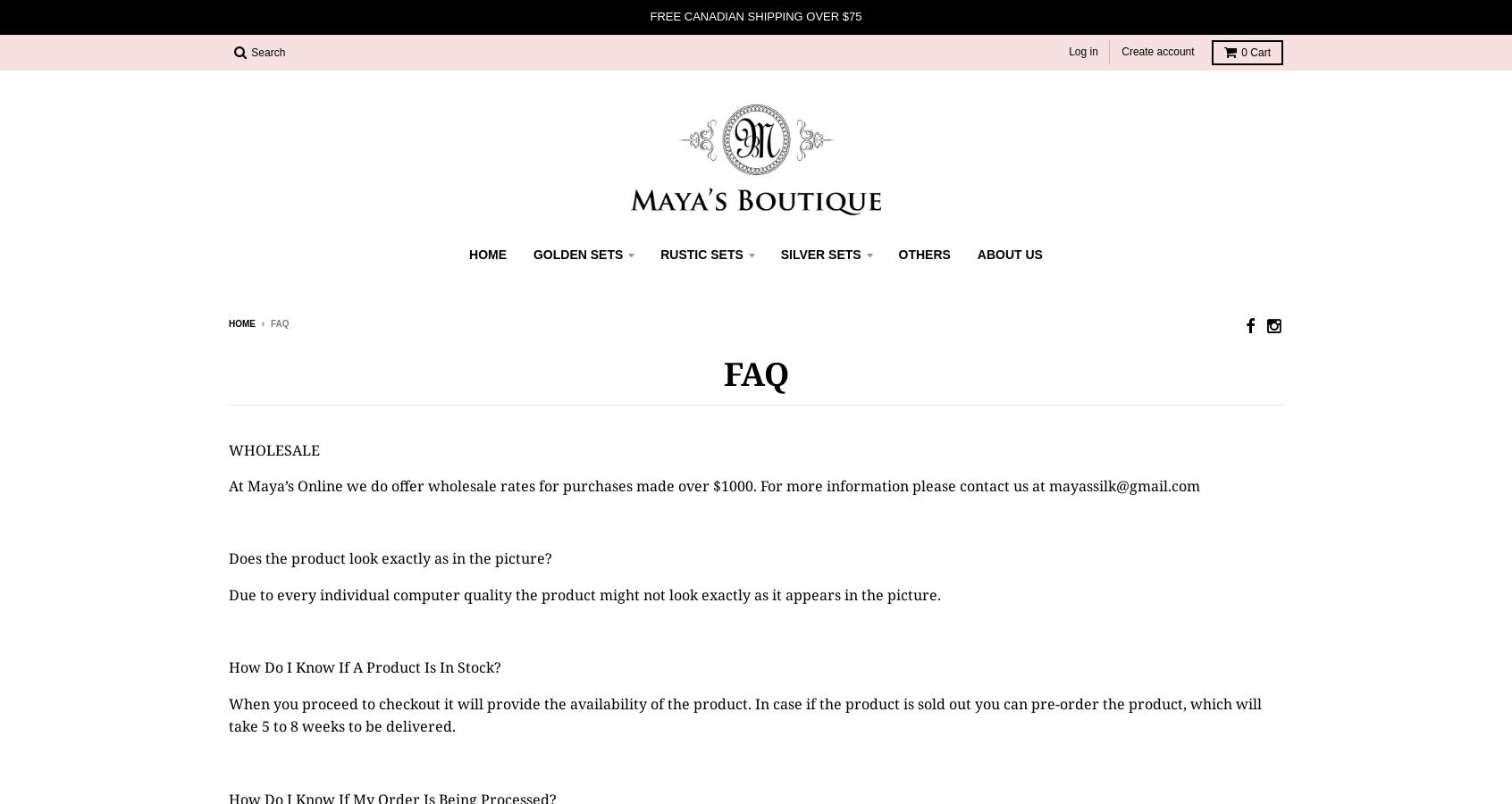 This screenshot has width=1512, height=804. Describe the element at coordinates (1156, 50) in the screenshot. I see `'Create account'` at that location.